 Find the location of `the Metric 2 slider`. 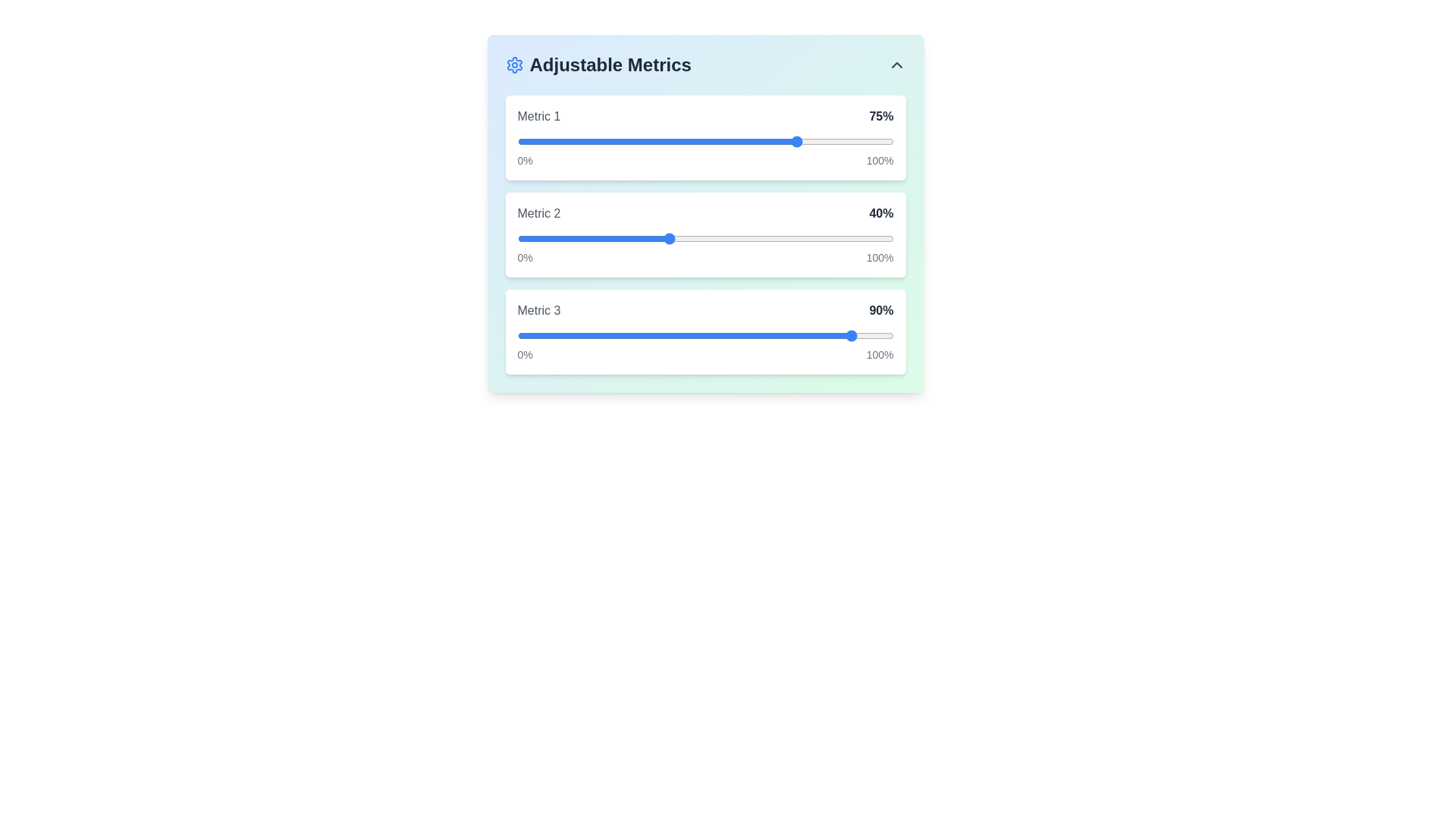

the Metric 2 slider is located at coordinates (580, 239).